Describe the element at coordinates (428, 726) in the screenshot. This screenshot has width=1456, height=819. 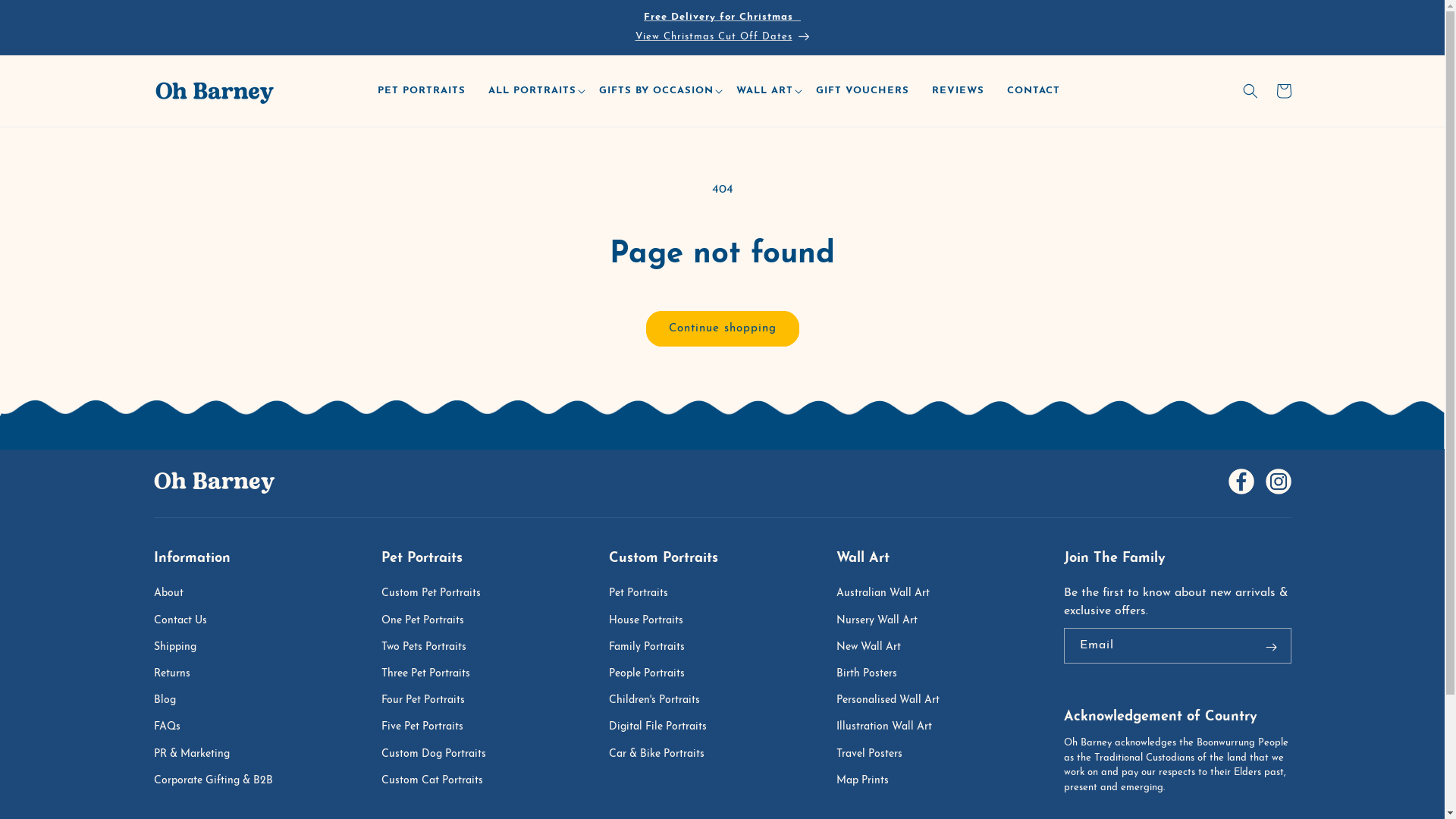
I see `'Five Pet Portraits'` at that location.